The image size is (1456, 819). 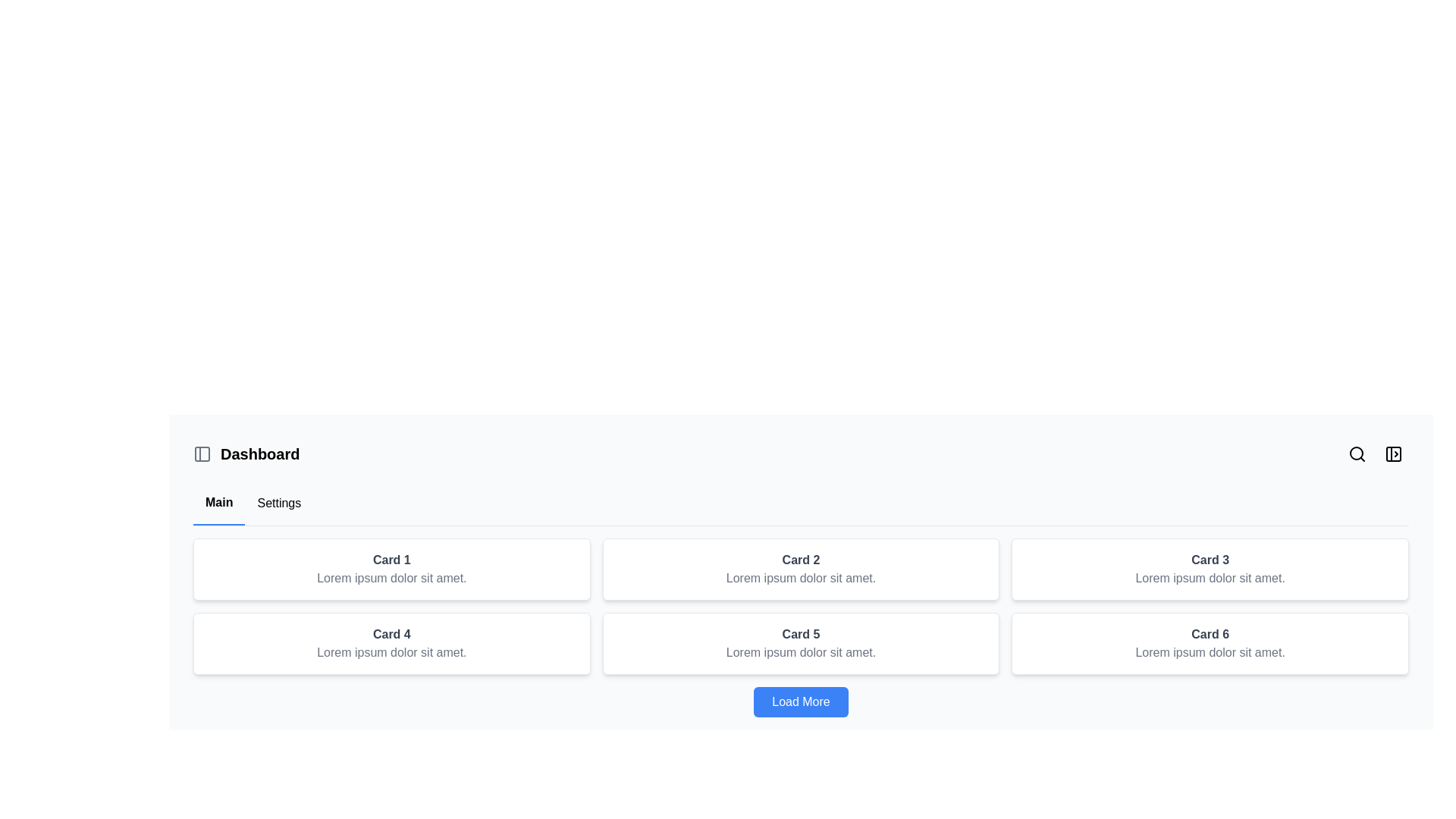 I want to click on the Navigational Label that includes an icon resembling a panel and the text 'Dashboard' in bold for potential tooltips, so click(x=246, y=453).